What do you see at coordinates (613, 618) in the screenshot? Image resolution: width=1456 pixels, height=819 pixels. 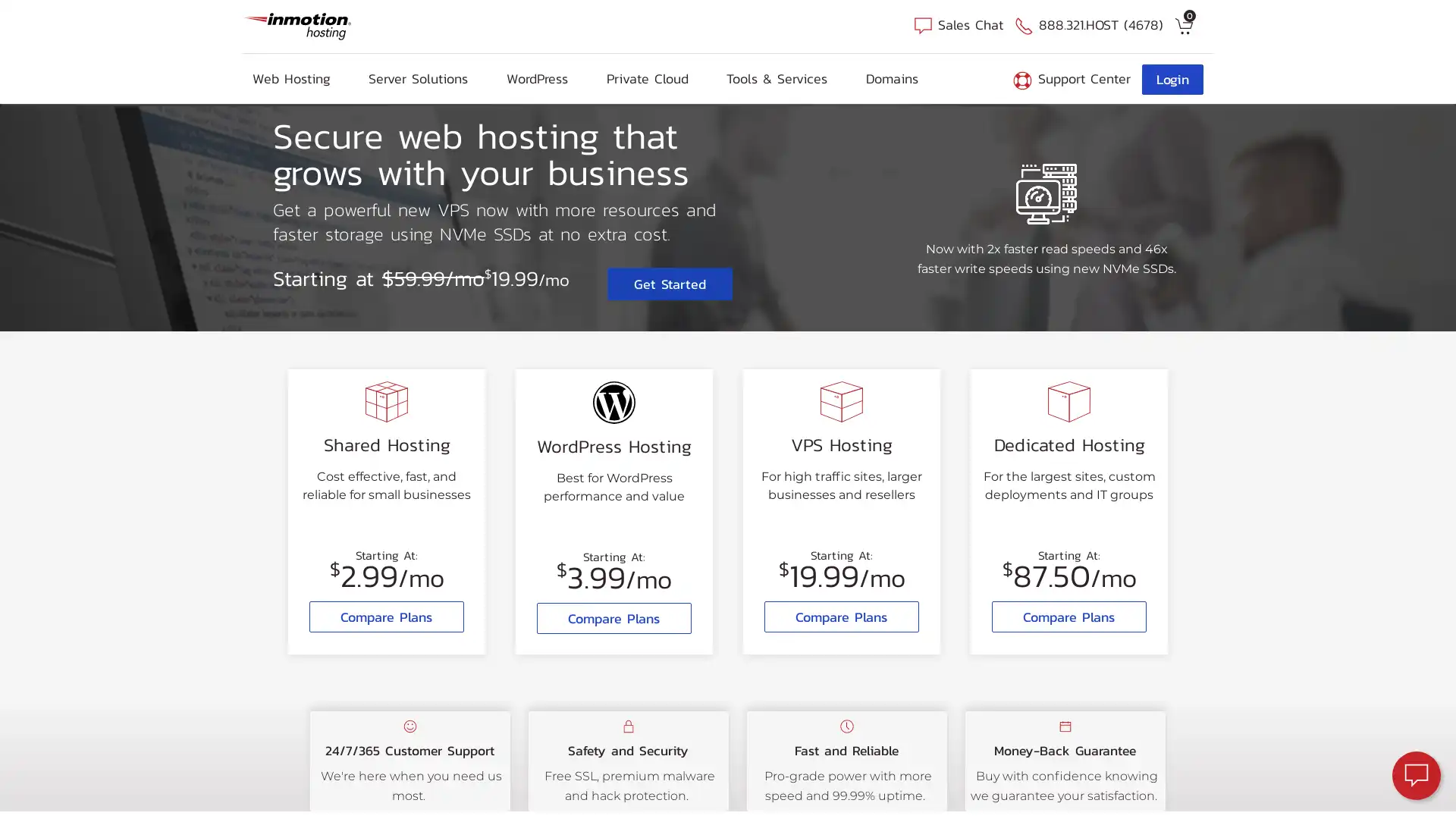 I see `Compare Plans` at bounding box center [613, 618].